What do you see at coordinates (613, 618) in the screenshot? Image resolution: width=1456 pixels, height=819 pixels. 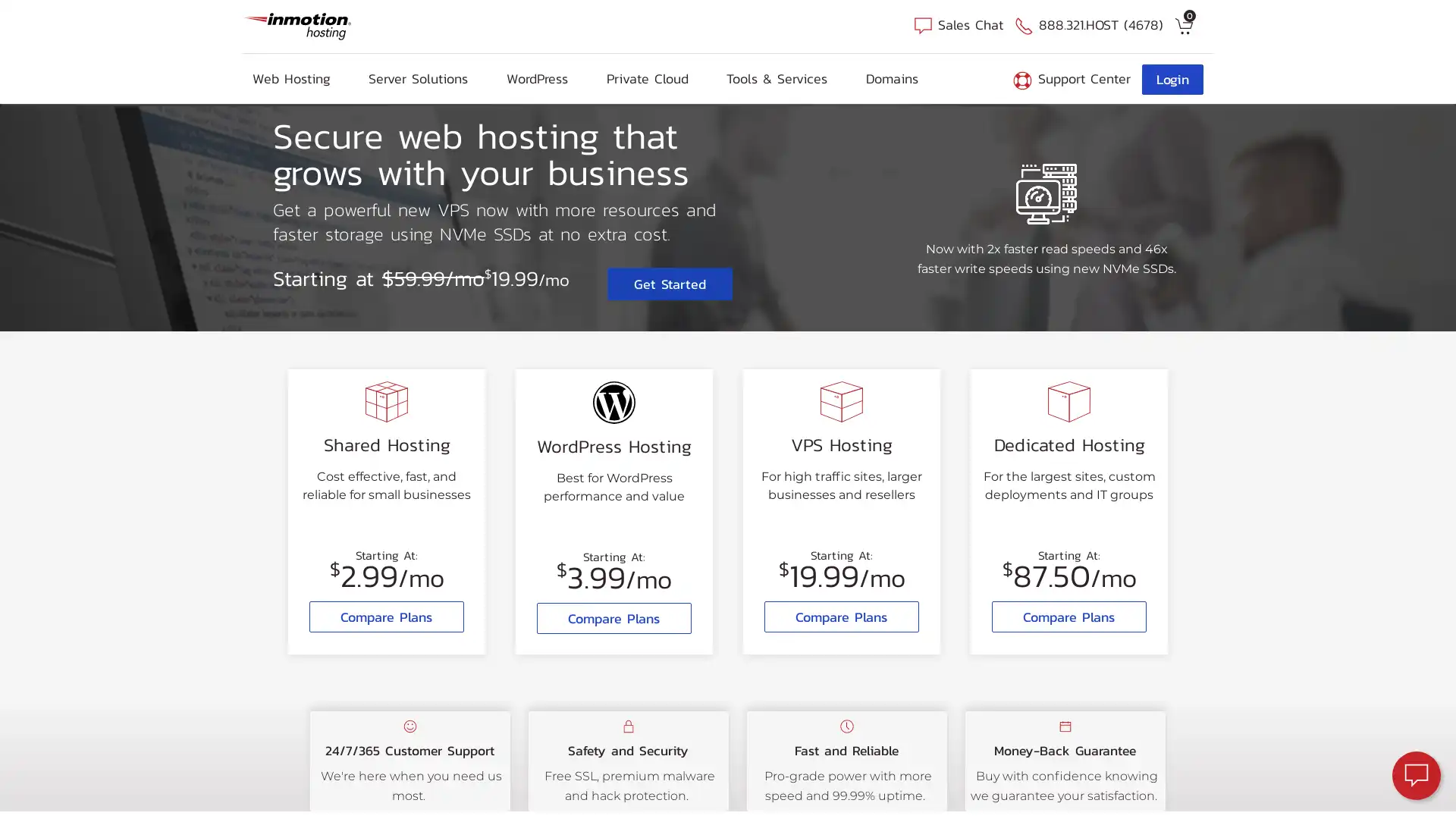 I see `Compare Plans` at bounding box center [613, 618].